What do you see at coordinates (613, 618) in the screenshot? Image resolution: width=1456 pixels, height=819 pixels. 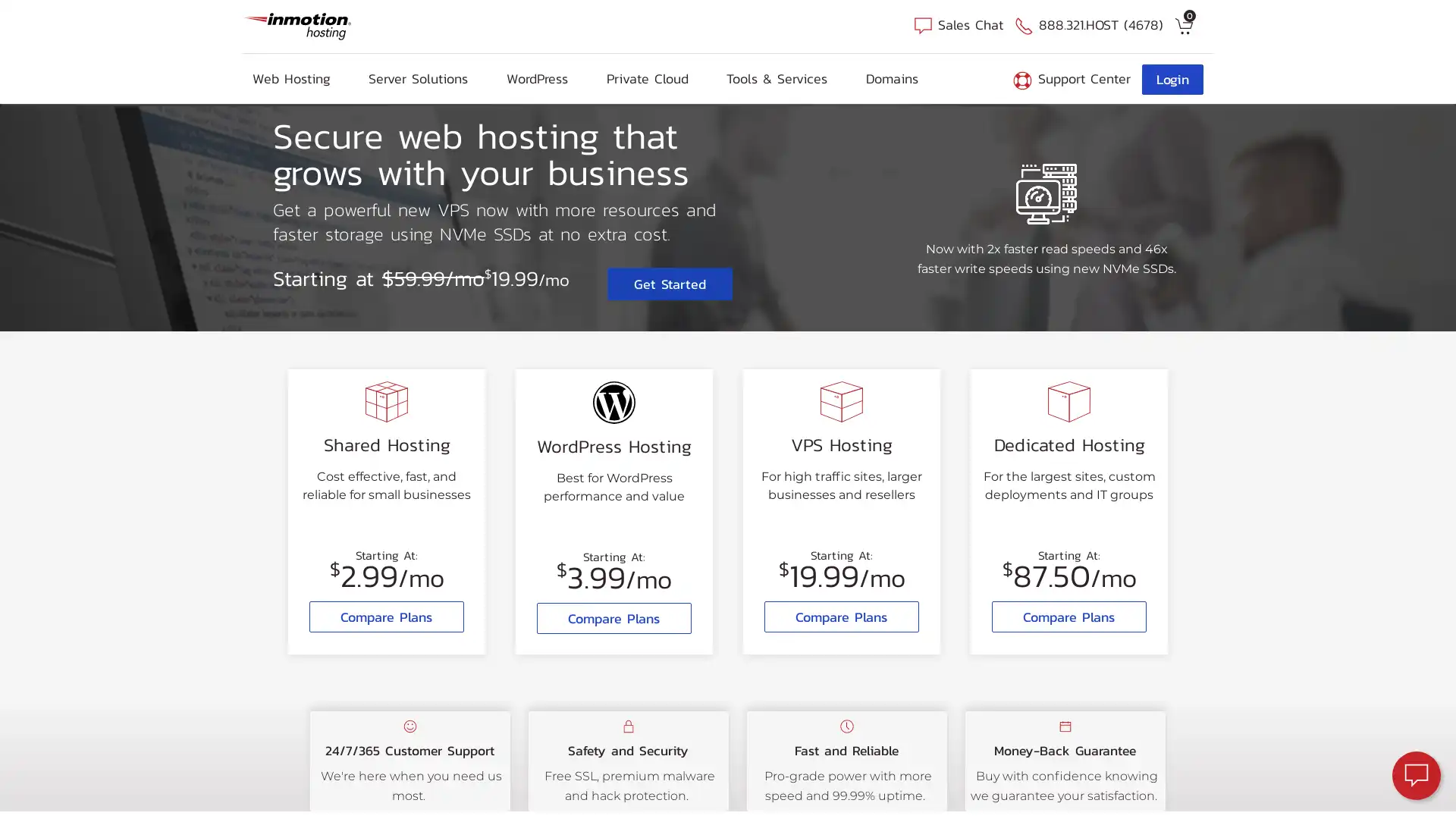 I see `Compare Plans` at bounding box center [613, 618].